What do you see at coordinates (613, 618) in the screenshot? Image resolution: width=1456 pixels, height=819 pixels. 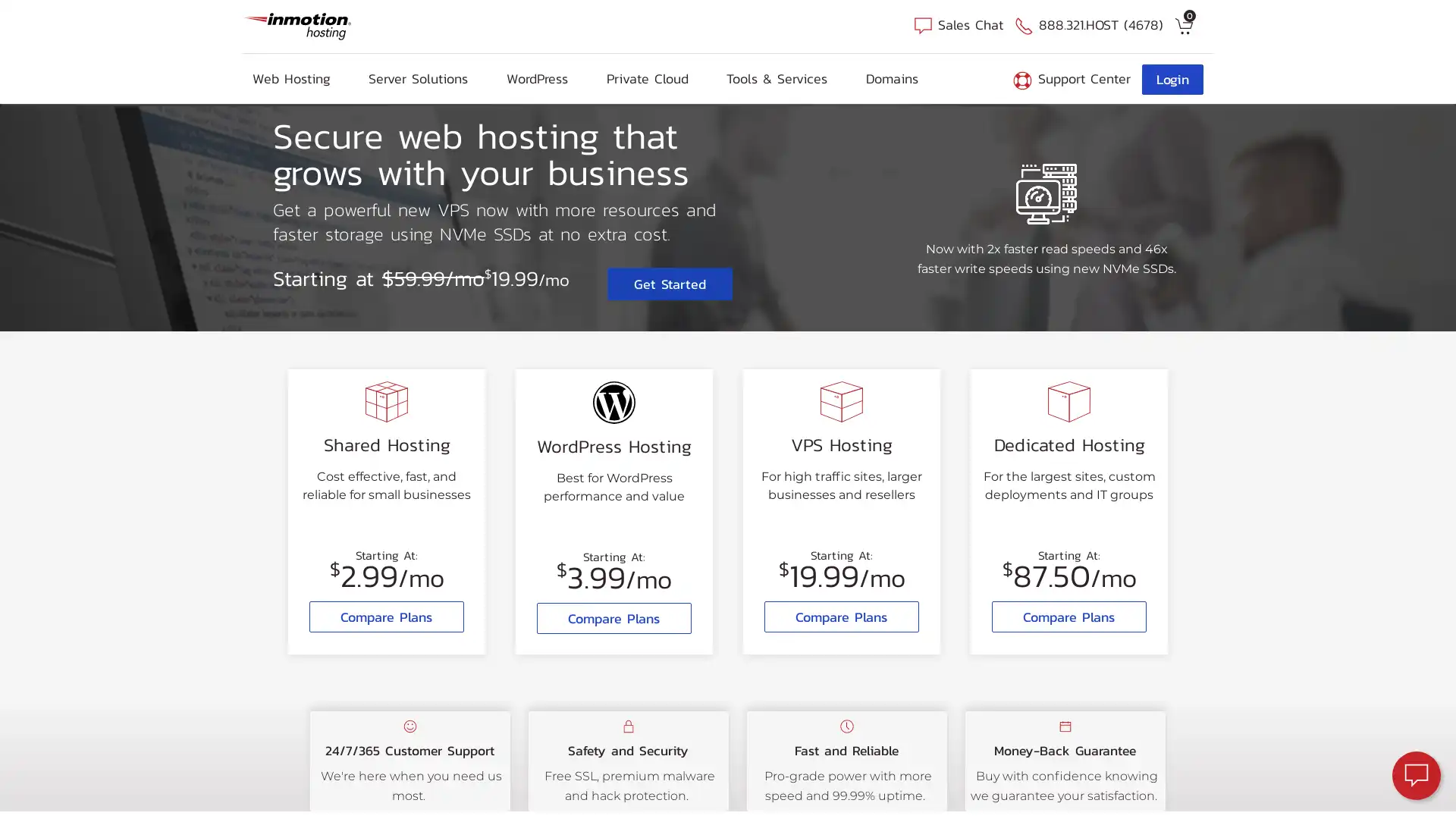 I see `Compare Plans` at bounding box center [613, 618].